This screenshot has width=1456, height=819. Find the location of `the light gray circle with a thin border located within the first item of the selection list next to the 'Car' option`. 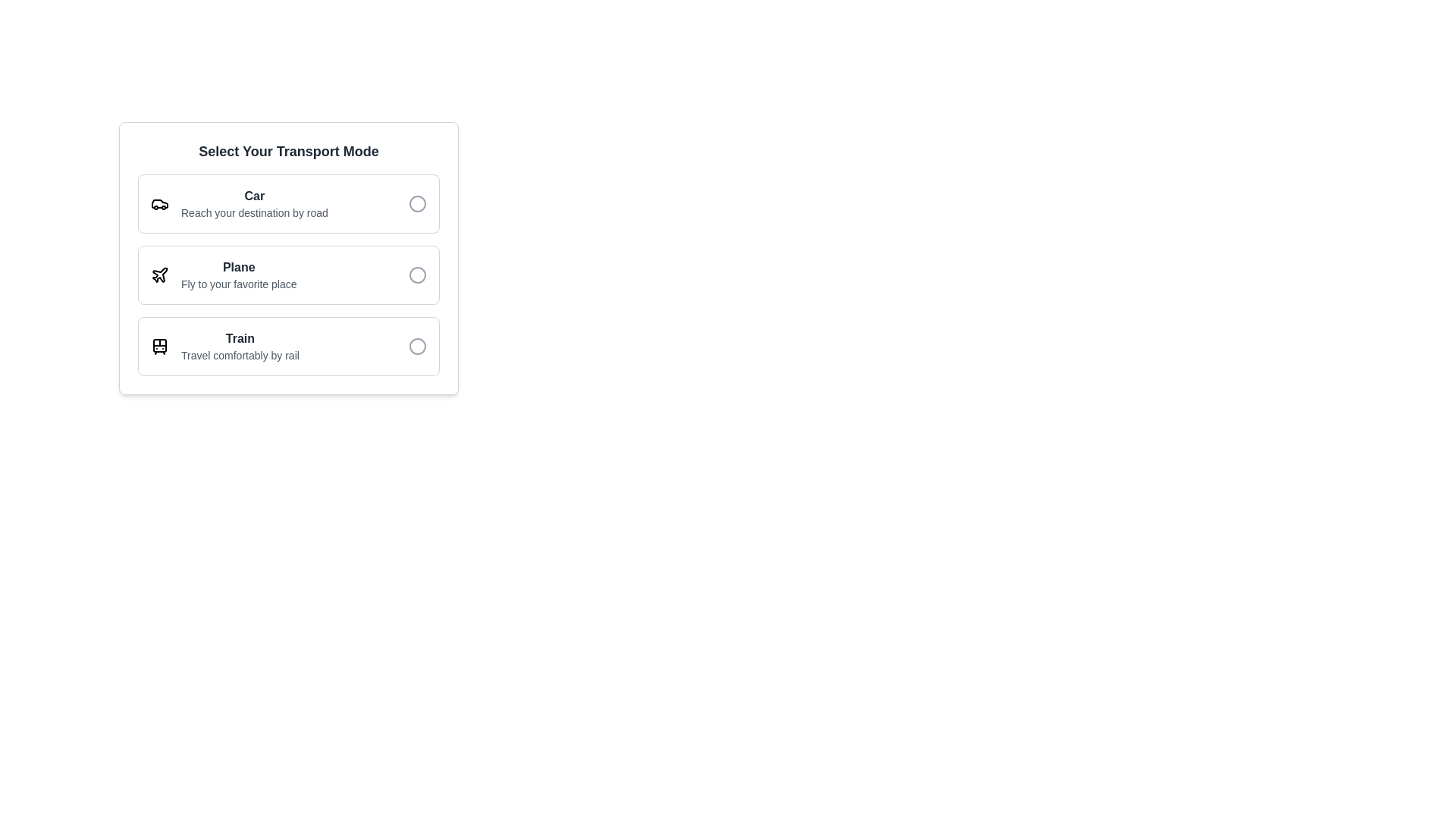

the light gray circle with a thin border located within the first item of the selection list next to the 'Car' option is located at coordinates (418, 203).